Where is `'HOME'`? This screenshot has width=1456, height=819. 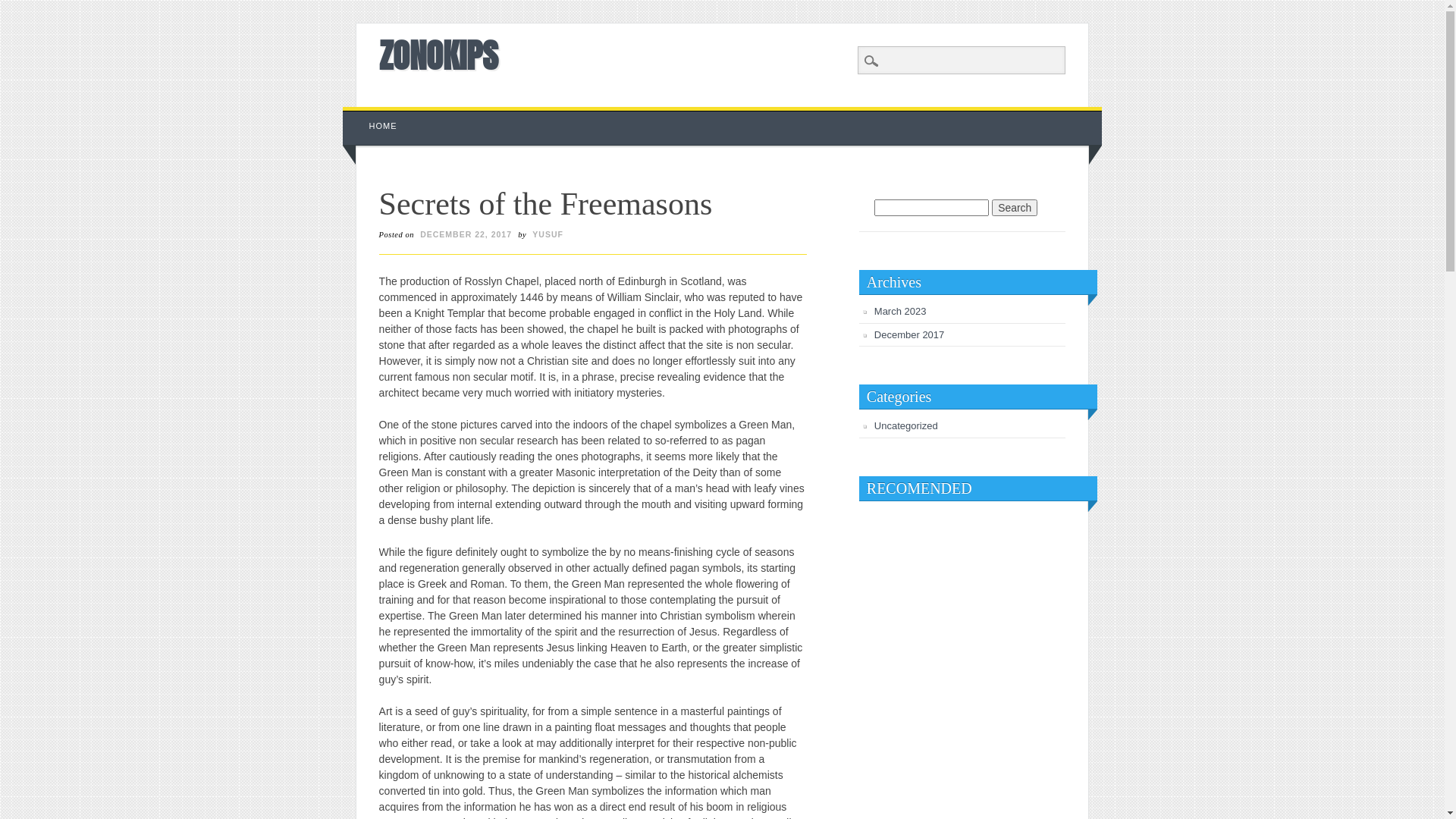 'HOME' is located at coordinates (383, 125).